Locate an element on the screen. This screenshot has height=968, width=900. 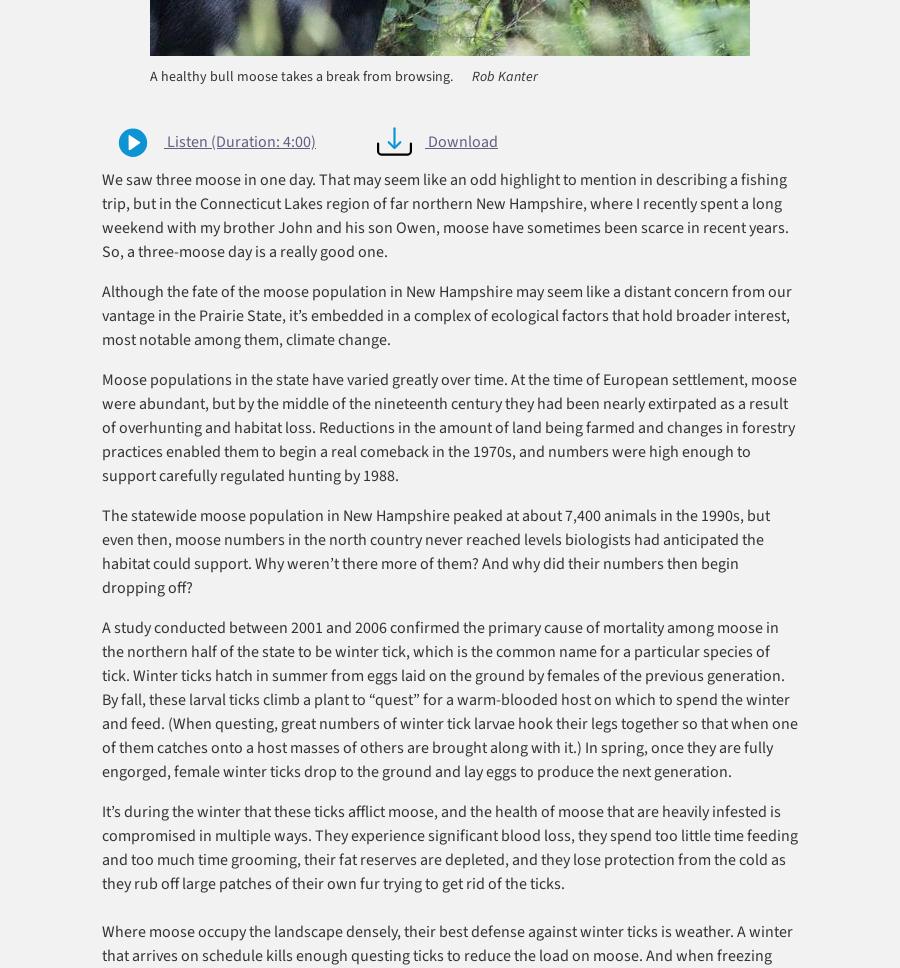
'Emergency' is located at coordinates (131, 430).